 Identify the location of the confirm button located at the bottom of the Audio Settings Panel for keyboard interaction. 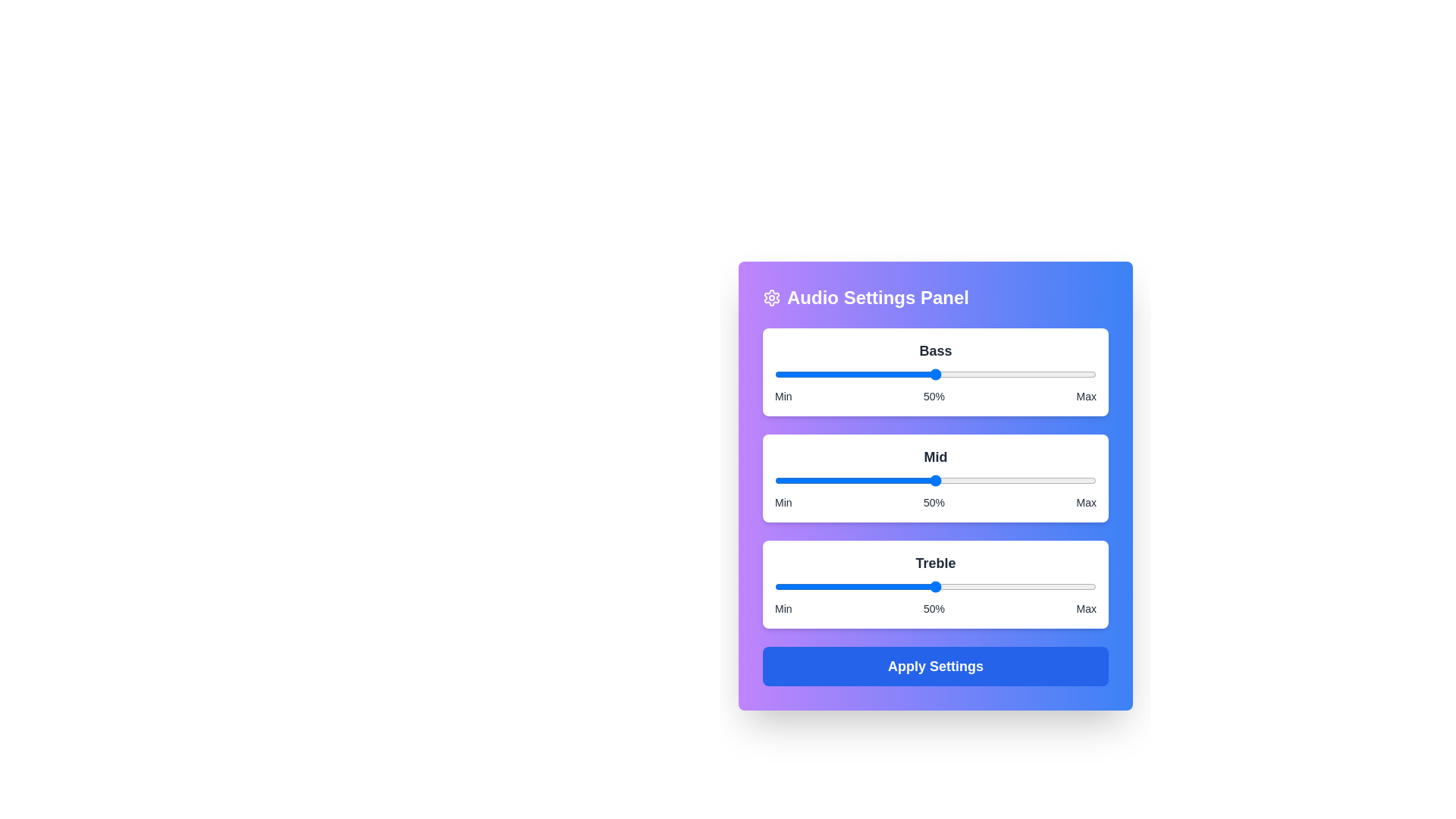
(934, 666).